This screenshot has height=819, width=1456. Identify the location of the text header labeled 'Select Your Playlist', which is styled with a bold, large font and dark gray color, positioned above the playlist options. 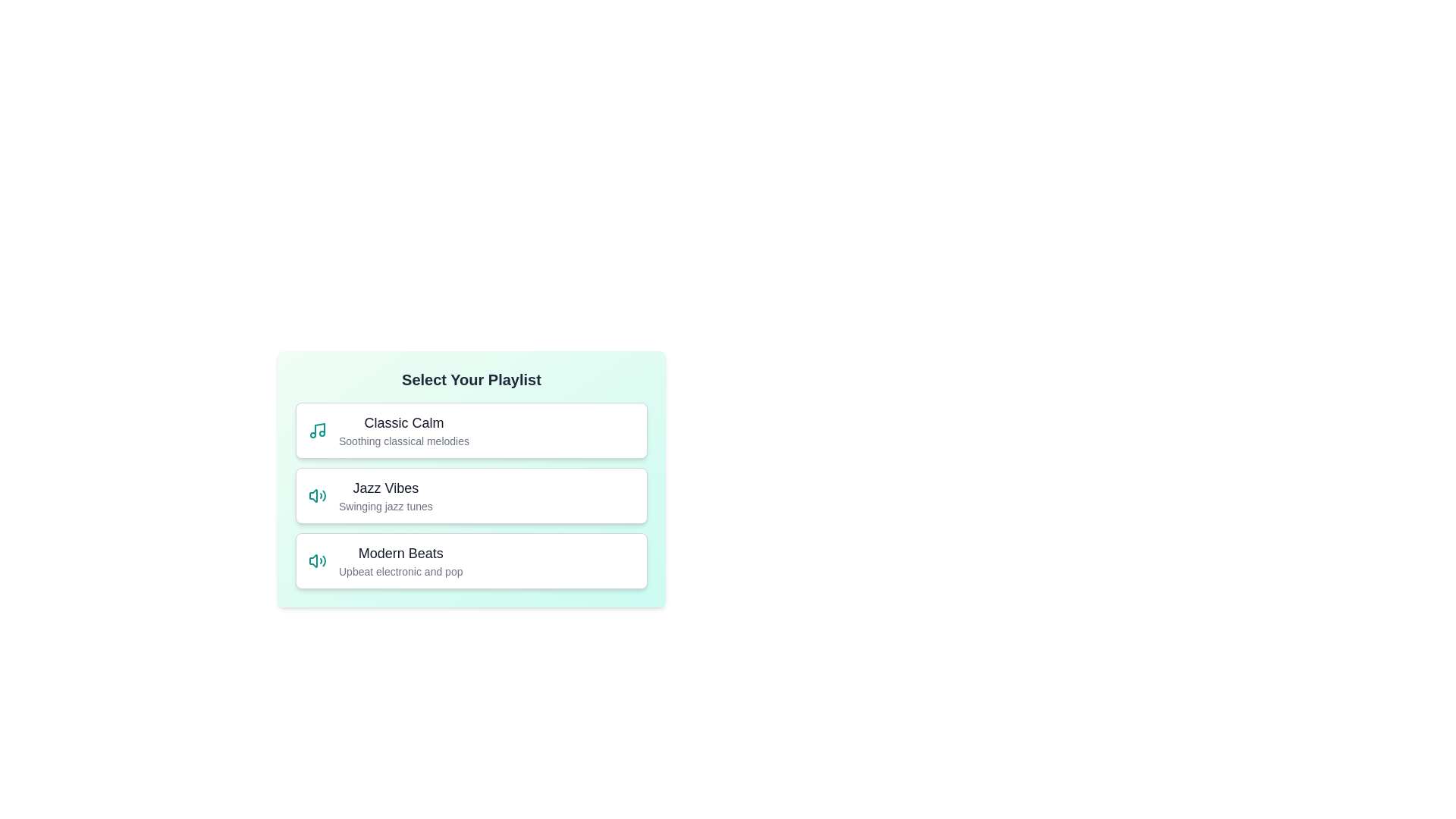
(471, 379).